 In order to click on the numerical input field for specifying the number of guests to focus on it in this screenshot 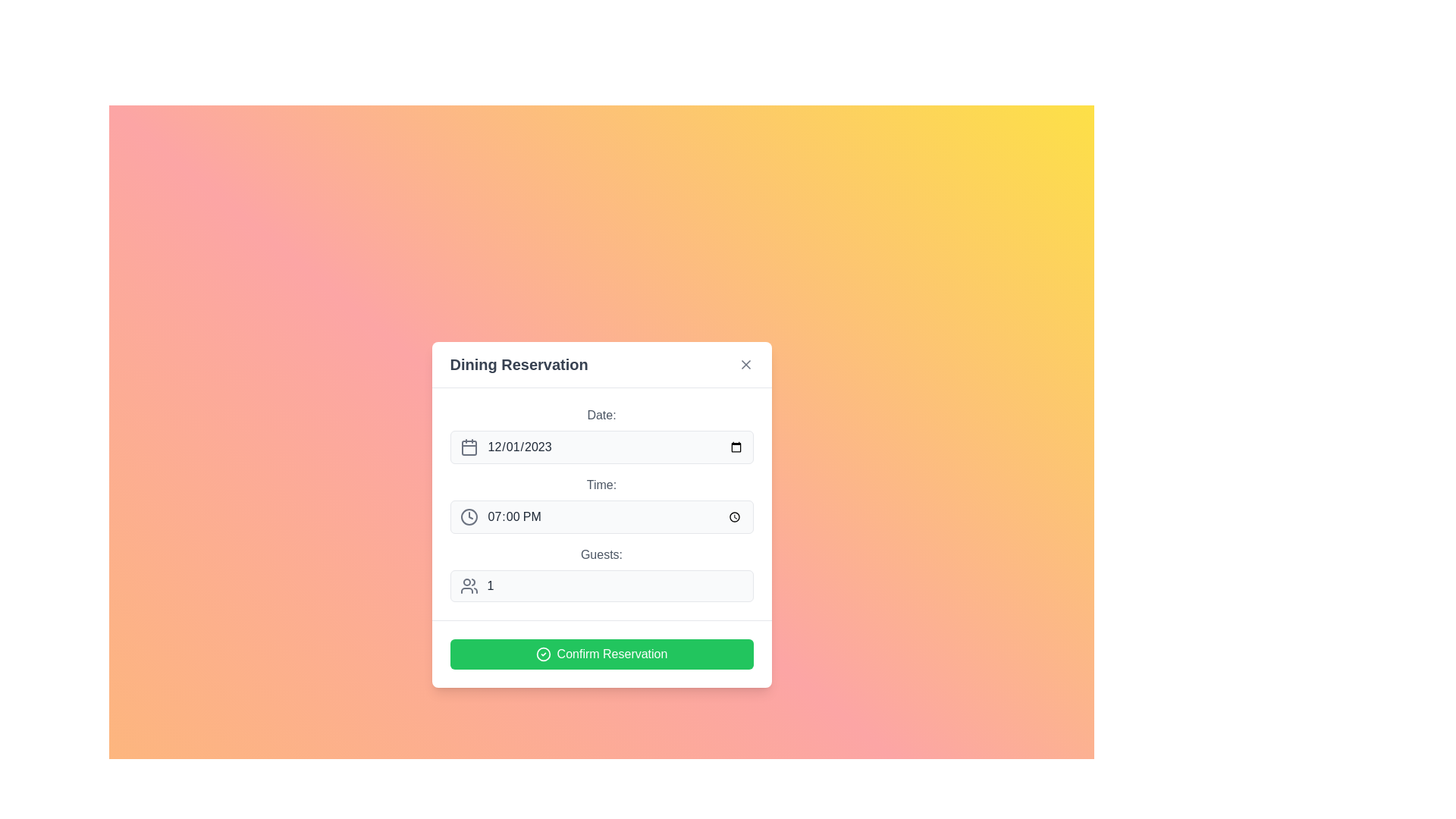, I will do `click(601, 573)`.